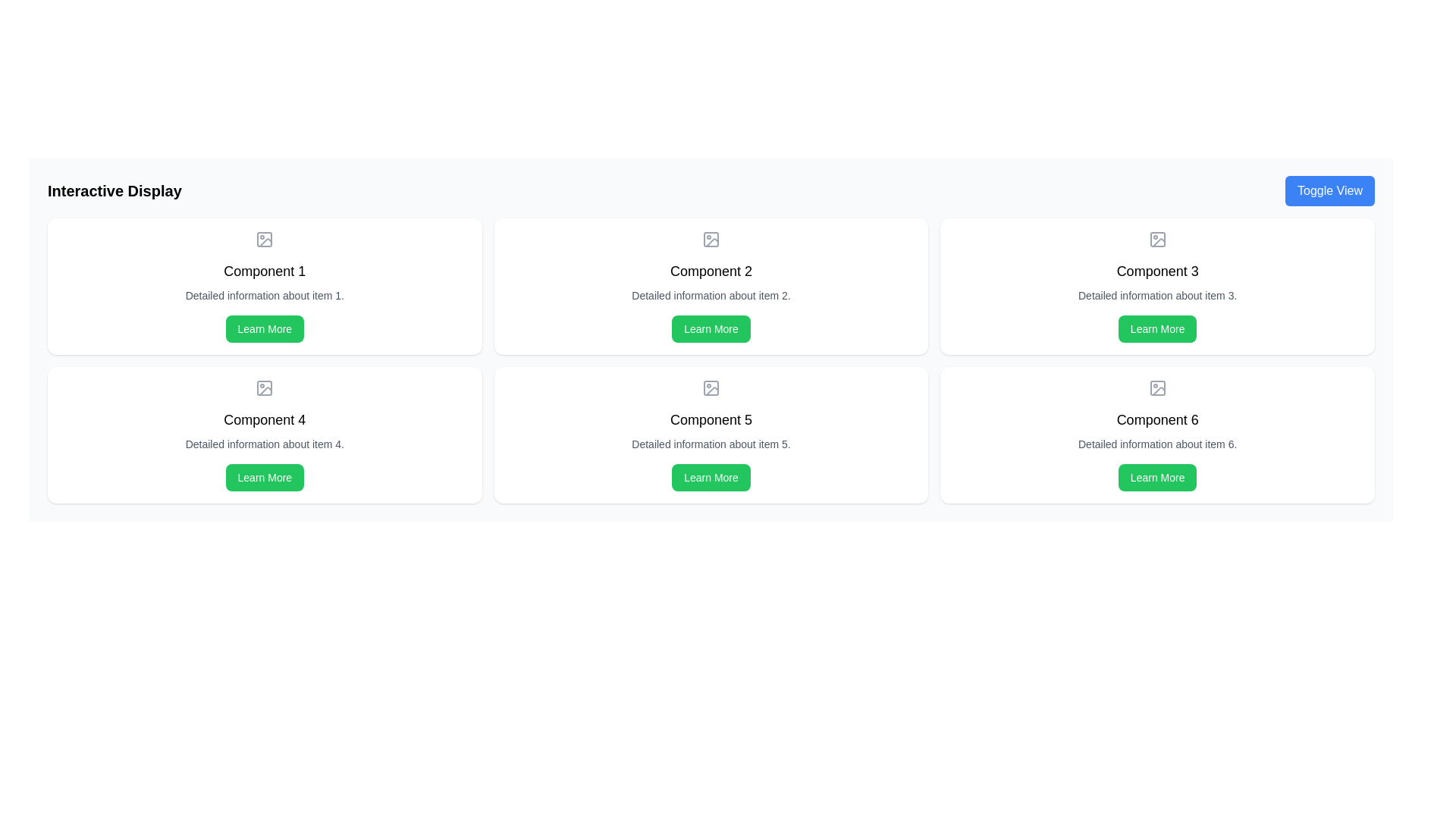  I want to click on the image placeholder icon in the 'Component 5' section, which serves as a visual cue for the component's context, so click(710, 388).